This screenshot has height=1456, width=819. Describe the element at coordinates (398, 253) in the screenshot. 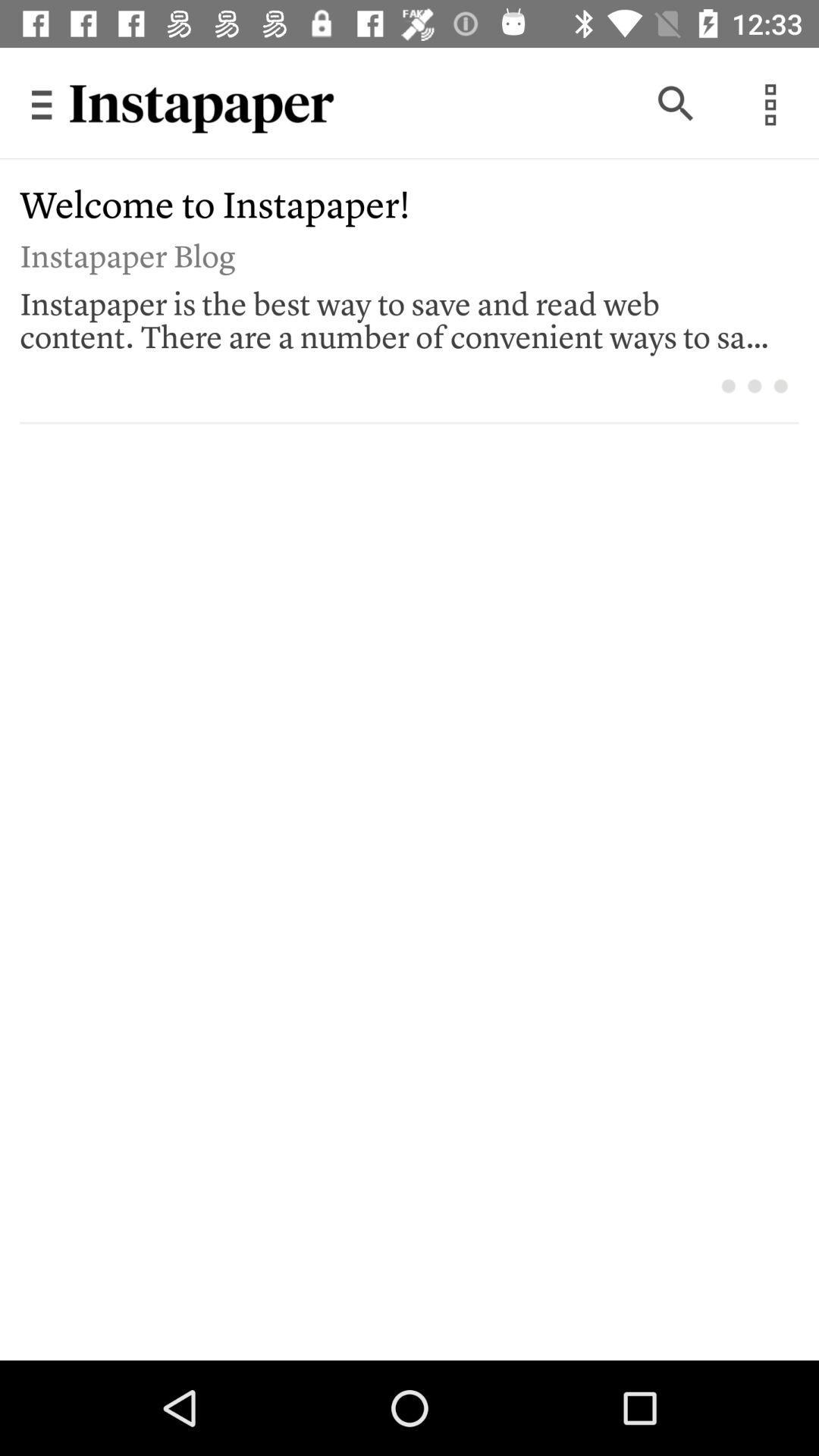

I see `the instapaper blog item` at that location.